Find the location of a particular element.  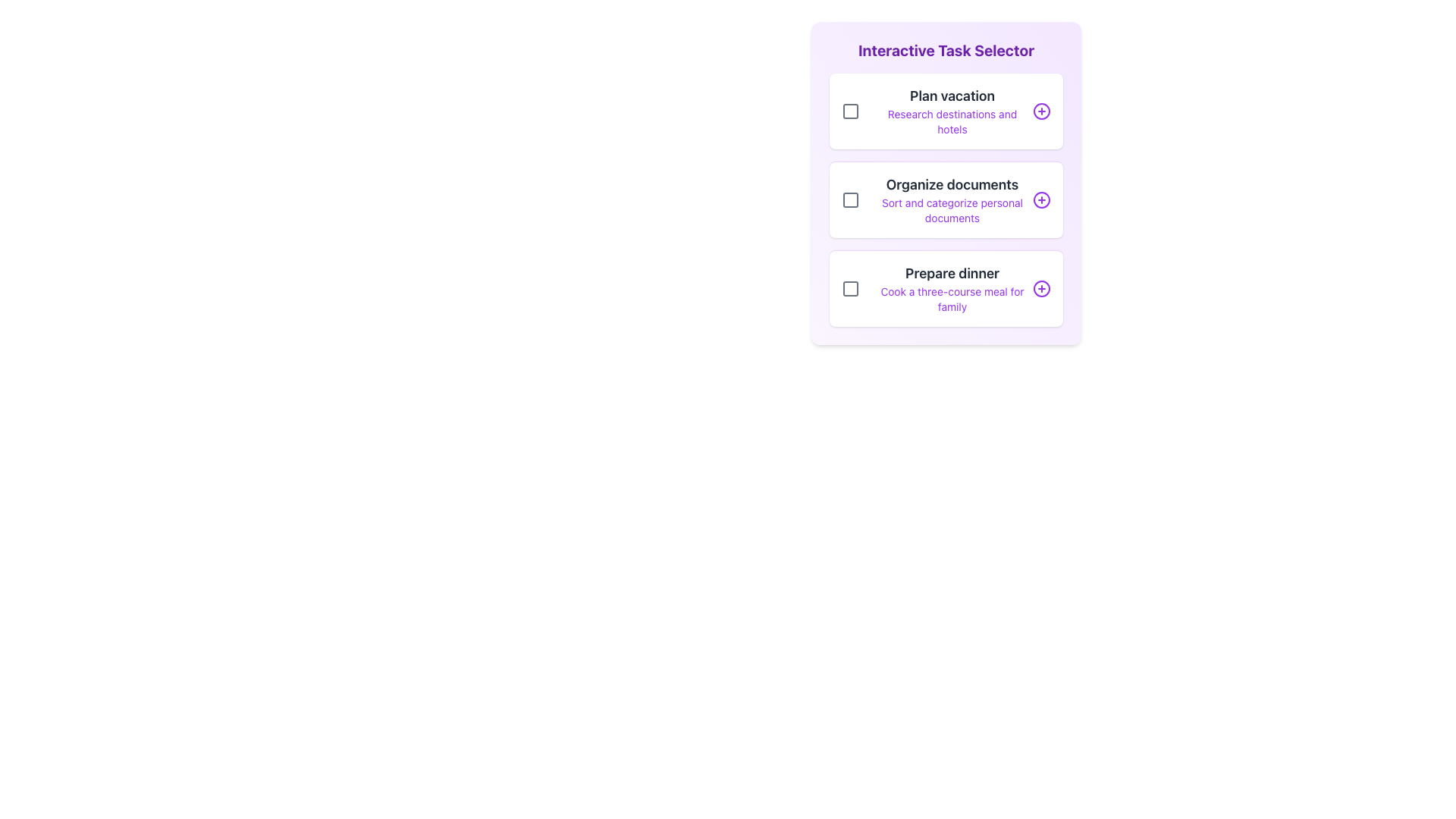

the circular button with a purple outline and plus sign, located in the 'Prepare dinner' task card is located at coordinates (1040, 289).